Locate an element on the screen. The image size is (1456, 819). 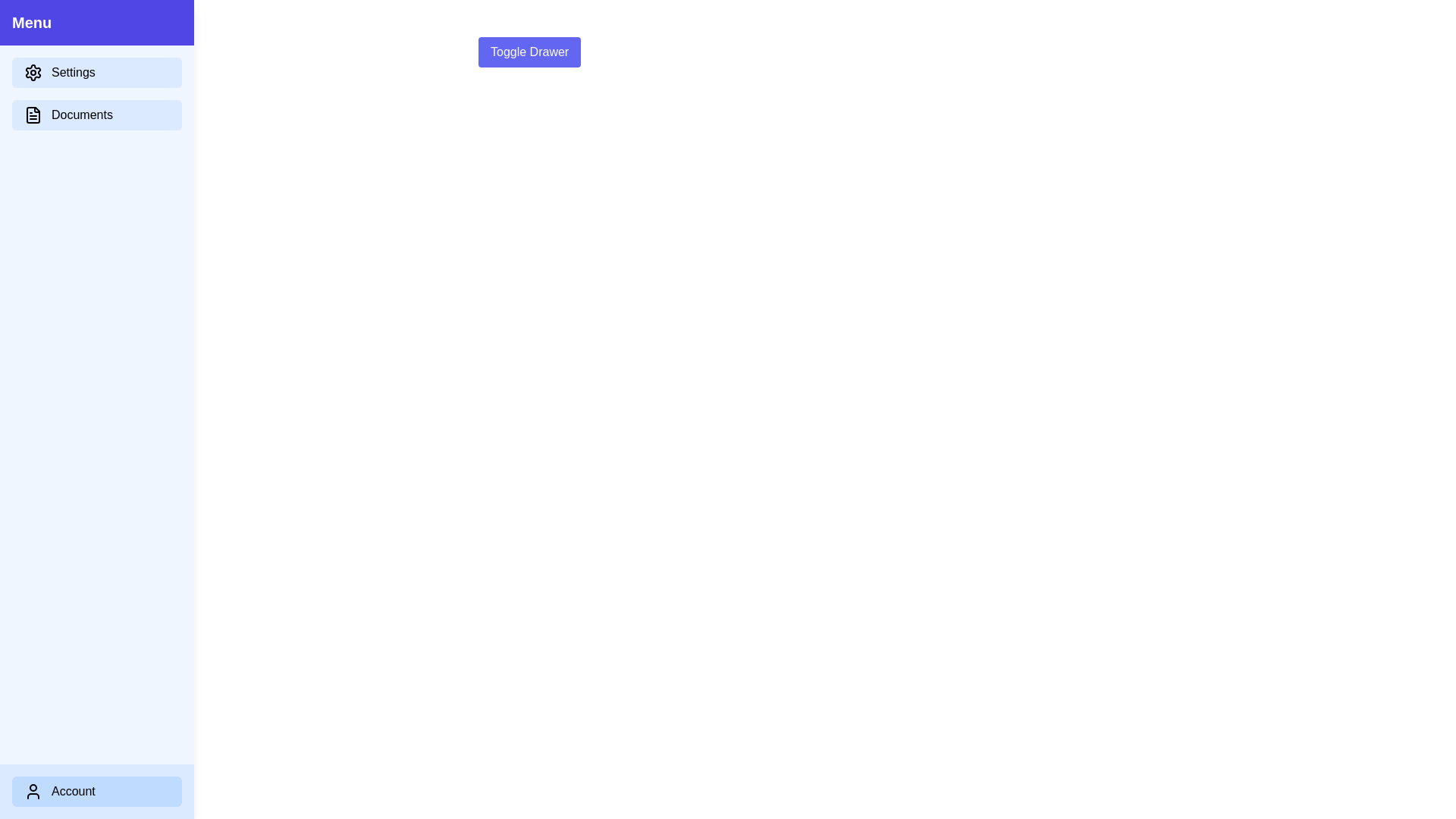
the 'Toggle Drawer' button to toggle the drawer open or closed is located at coordinates (529, 52).